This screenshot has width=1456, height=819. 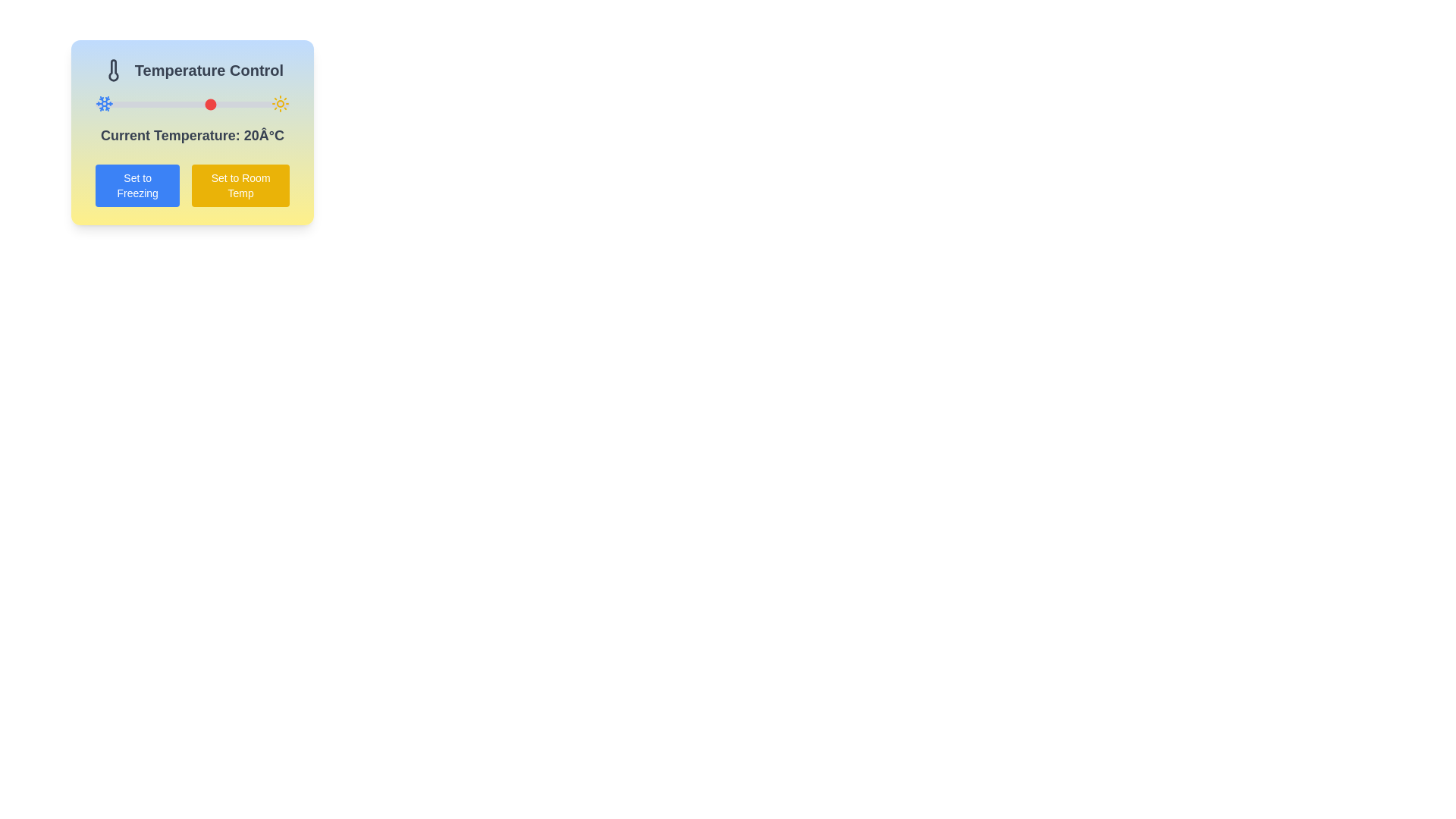 What do you see at coordinates (138, 104) in the screenshot?
I see `the temperature` at bounding box center [138, 104].